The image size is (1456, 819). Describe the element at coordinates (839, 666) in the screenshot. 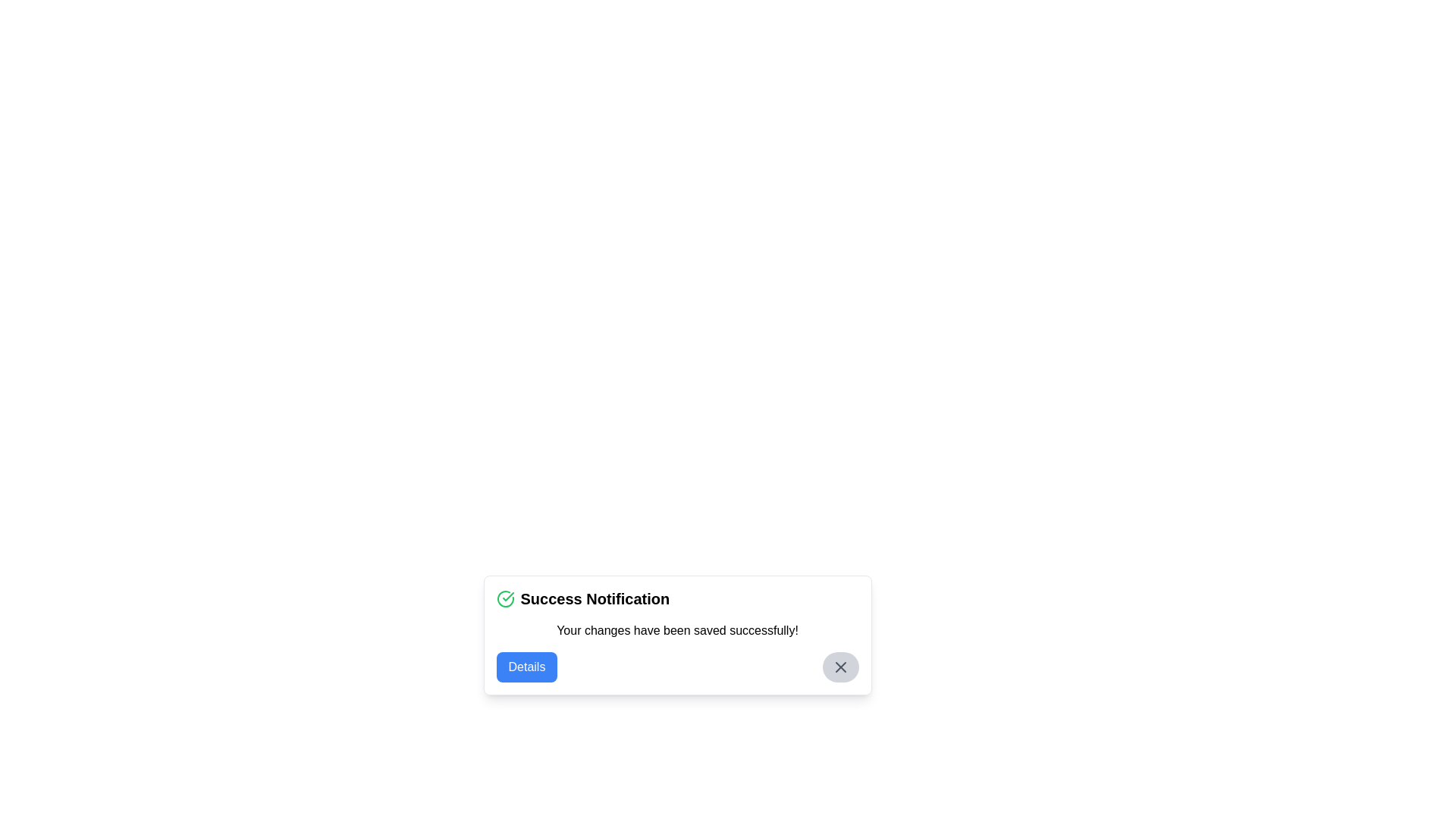

I see `the close button located in the top-right corner of the notification pop-up` at that location.